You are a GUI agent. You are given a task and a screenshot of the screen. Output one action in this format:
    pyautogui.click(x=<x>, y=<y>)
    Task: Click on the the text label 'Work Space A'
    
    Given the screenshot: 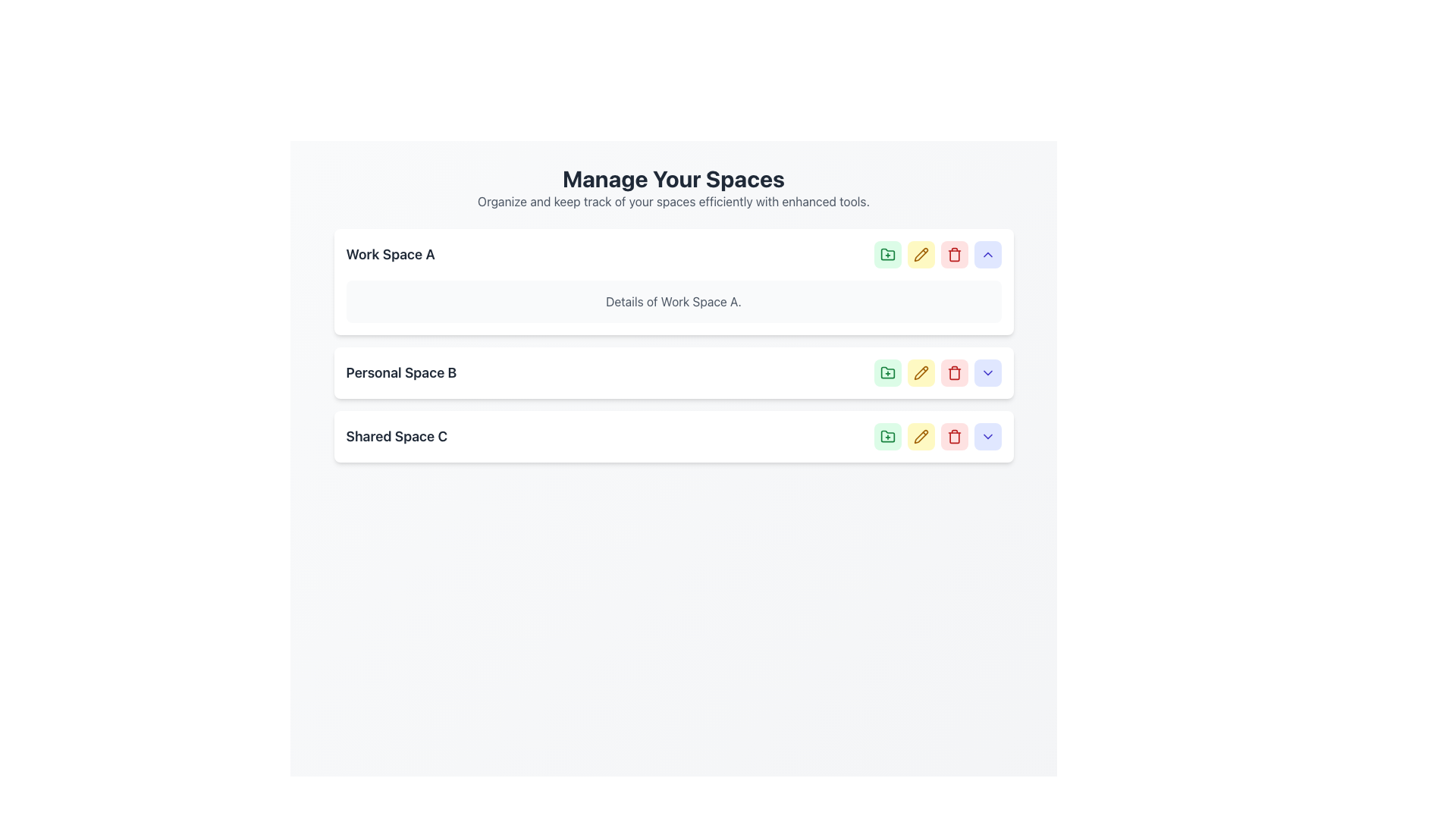 What is the action you would take?
    pyautogui.click(x=391, y=253)
    